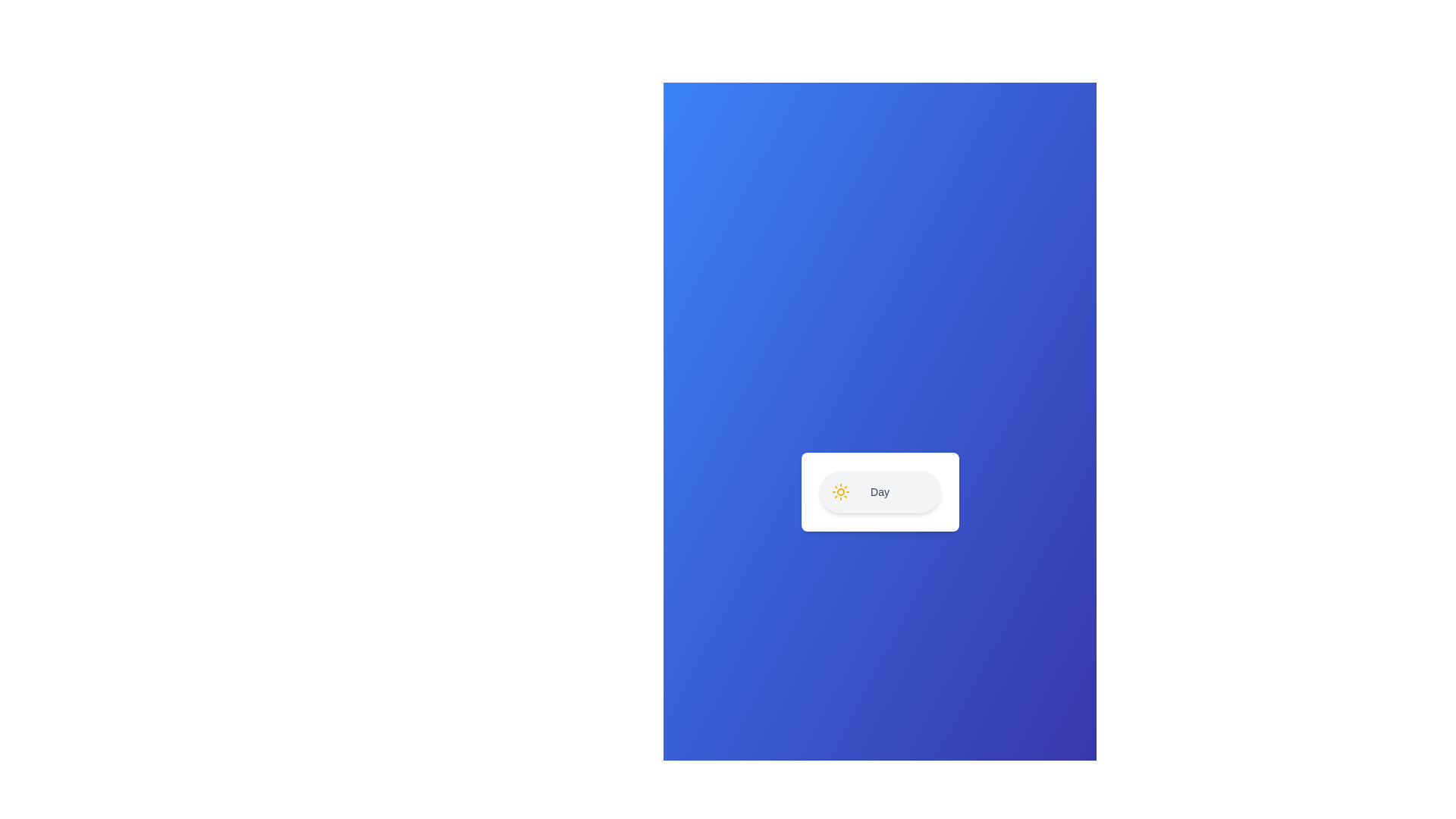  What do you see at coordinates (880, 491) in the screenshot?
I see `the toggle button to switch between Day and Night modes` at bounding box center [880, 491].